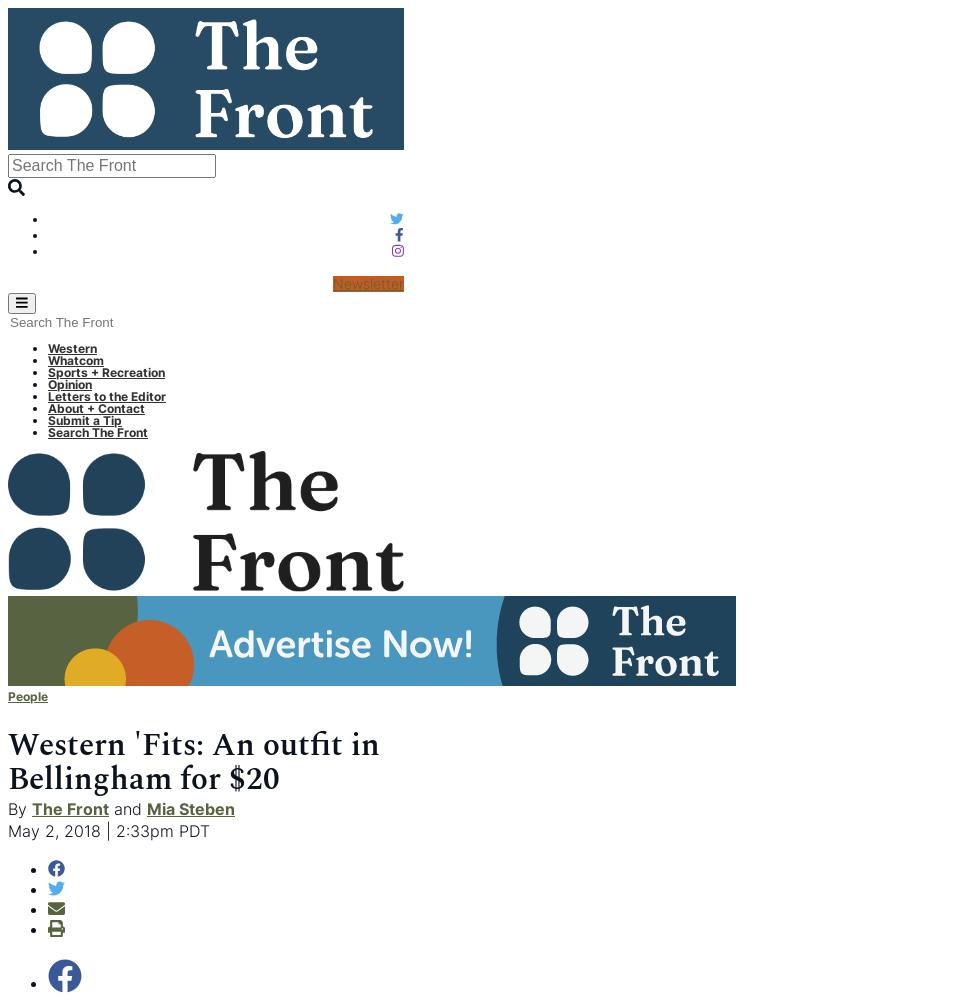 This screenshot has height=1001, width=978. I want to click on 'People', so click(27, 694).